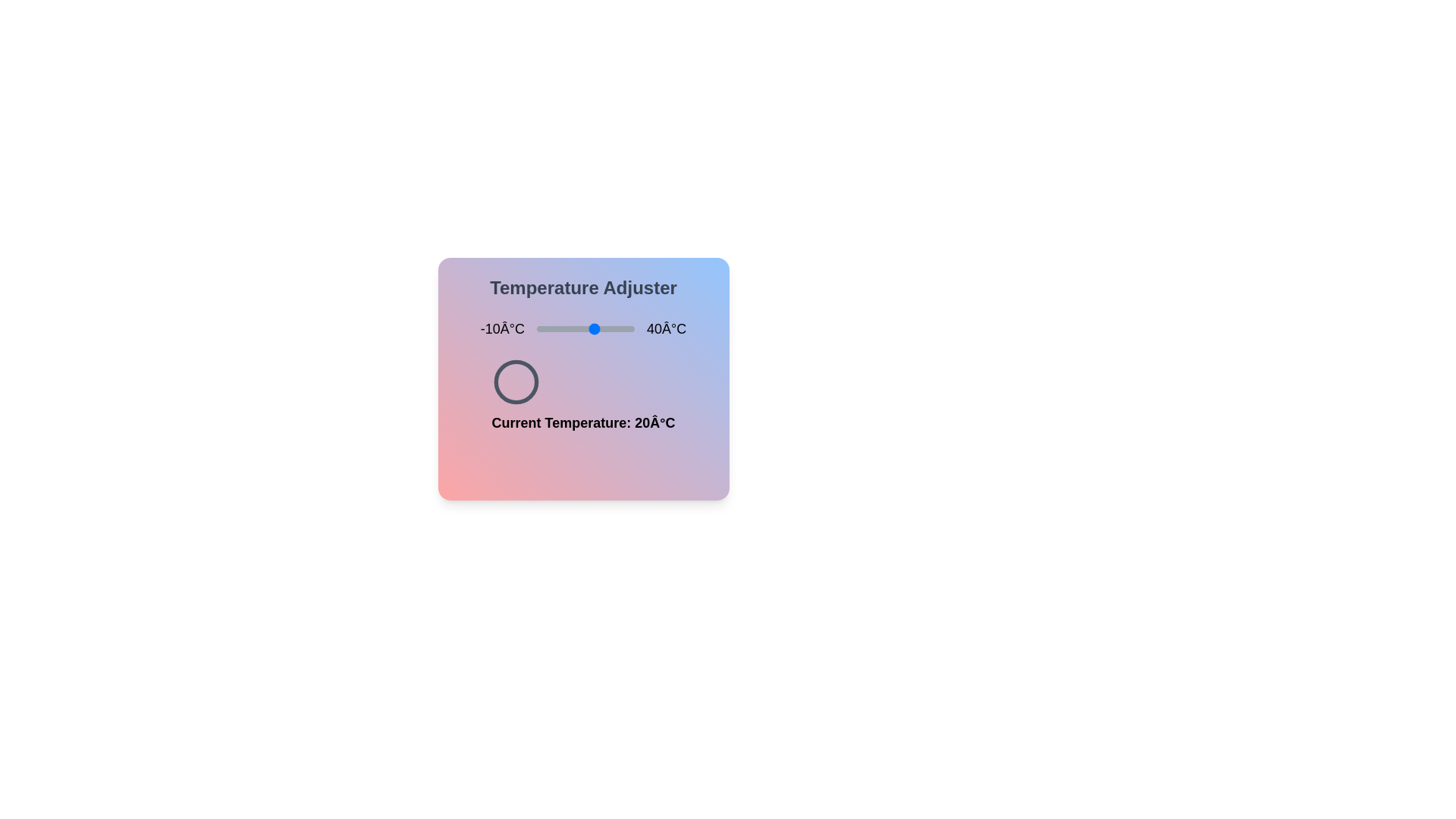 The height and width of the screenshot is (819, 1456). What do you see at coordinates (573, 328) in the screenshot?
I see `the temperature slider to 9°C` at bounding box center [573, 328].